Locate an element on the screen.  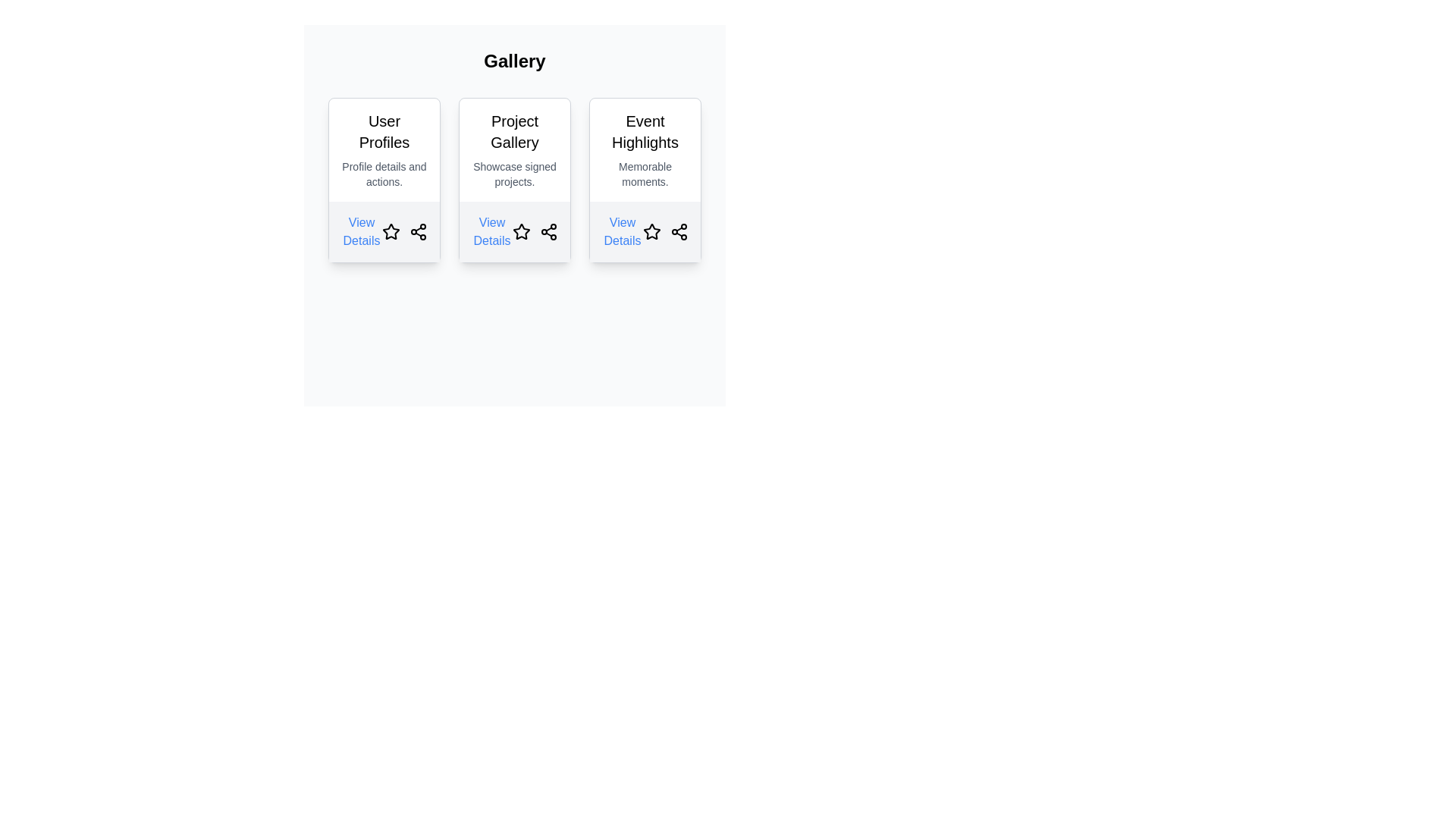
the first star-shaped button icon located immediately to the right of the 'View Details' link is located at coordinates (391, 231).